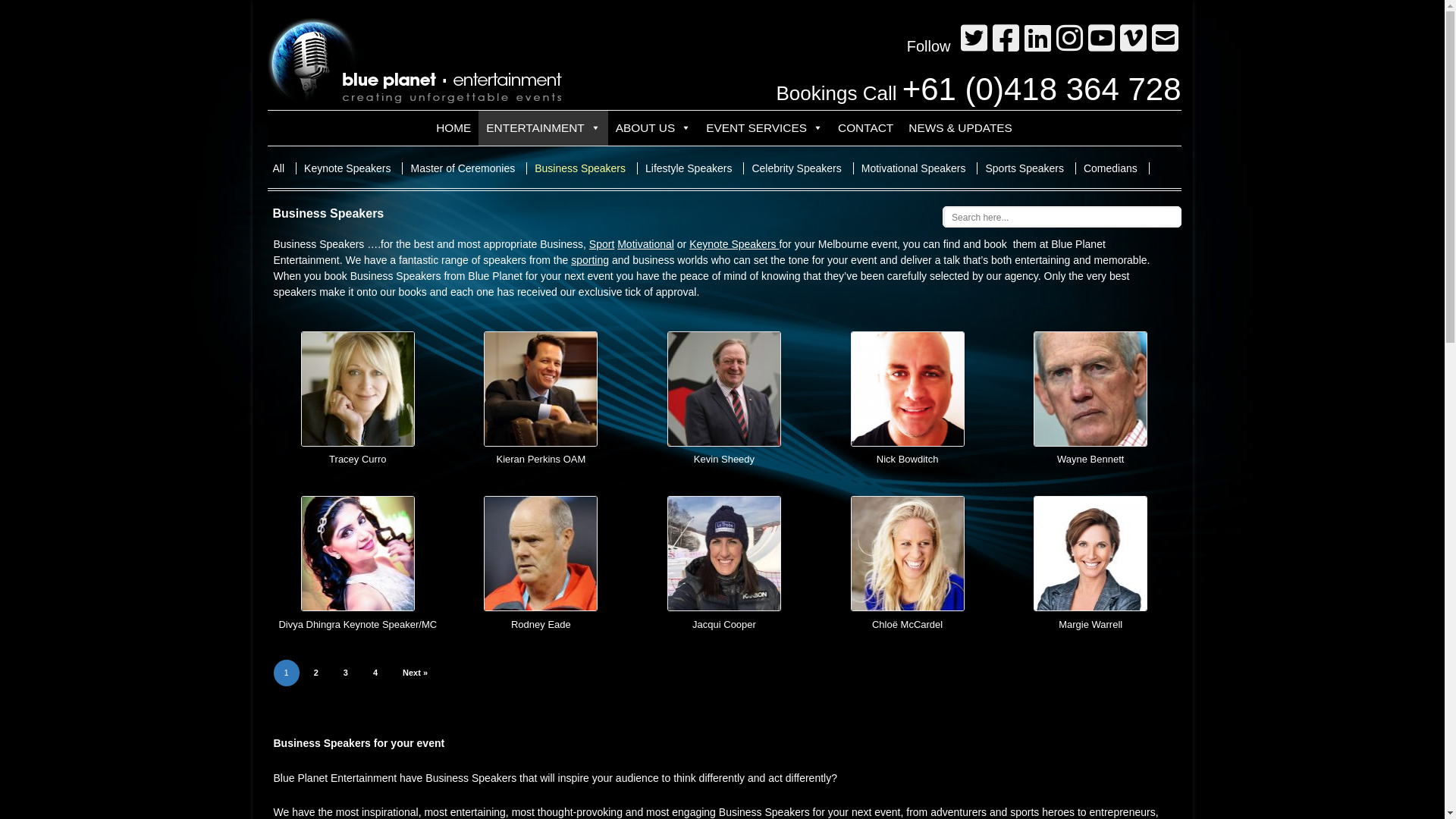  Describe the element at coordinates (601, 243) in the screenshot. I see `'Sport'` at that location.